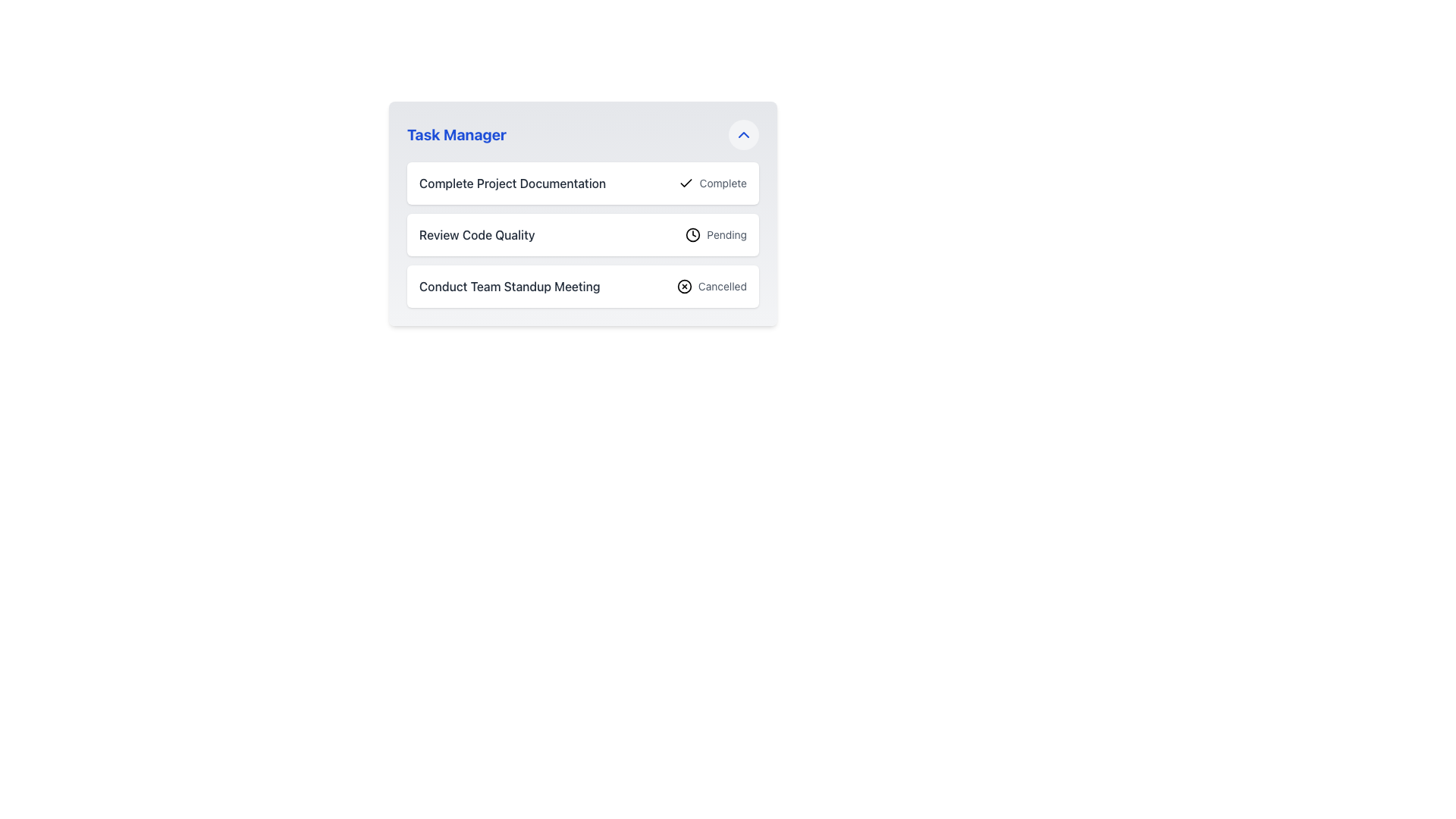  Describe the element at coordinates (683, 287) in the screenshot. I see `the circular icon with a cross inside it, located to the left of the 'Cancelled' text in the third row, alongside the 'Conduct Team Standup Meeting' label` at that location.